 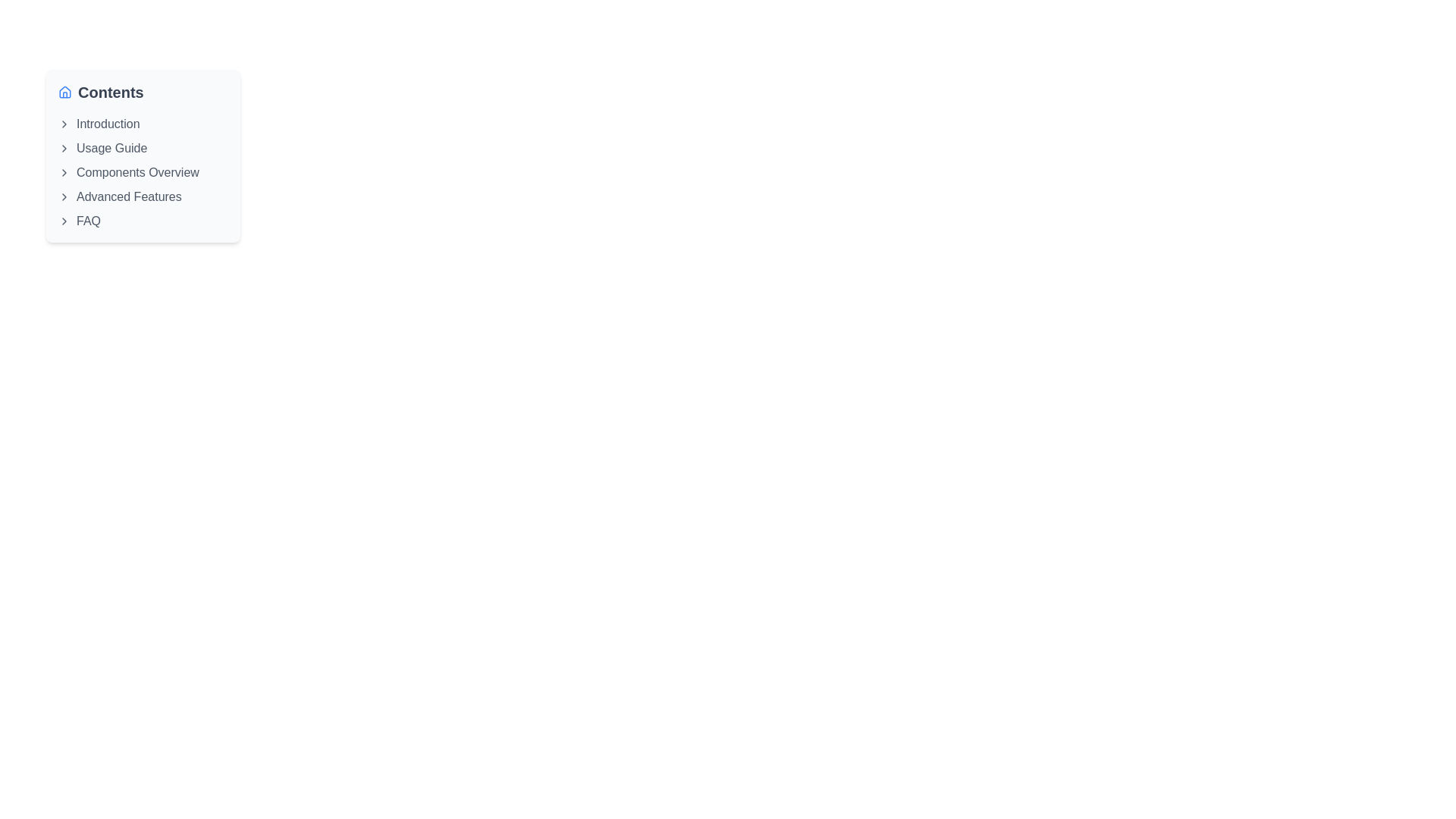 What do you see at coordinates (64, 93) in the screenshot?
I see `the blue house icon, which serves as a home or main menu indicator, located to the left of the text 'Contents'` at bounding box center [64, 93].